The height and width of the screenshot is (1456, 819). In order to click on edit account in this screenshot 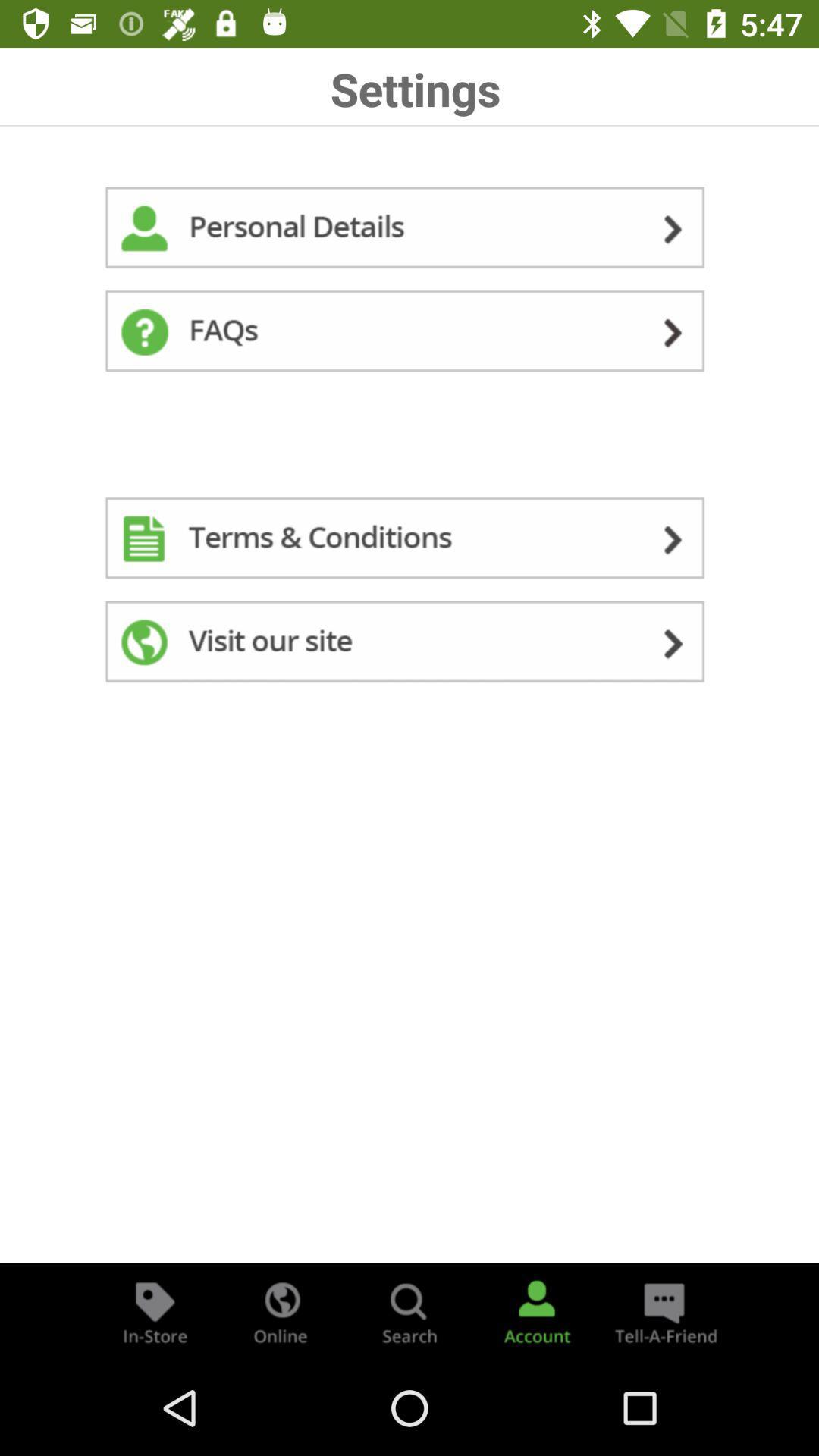, I will do `click(409, 230)`.